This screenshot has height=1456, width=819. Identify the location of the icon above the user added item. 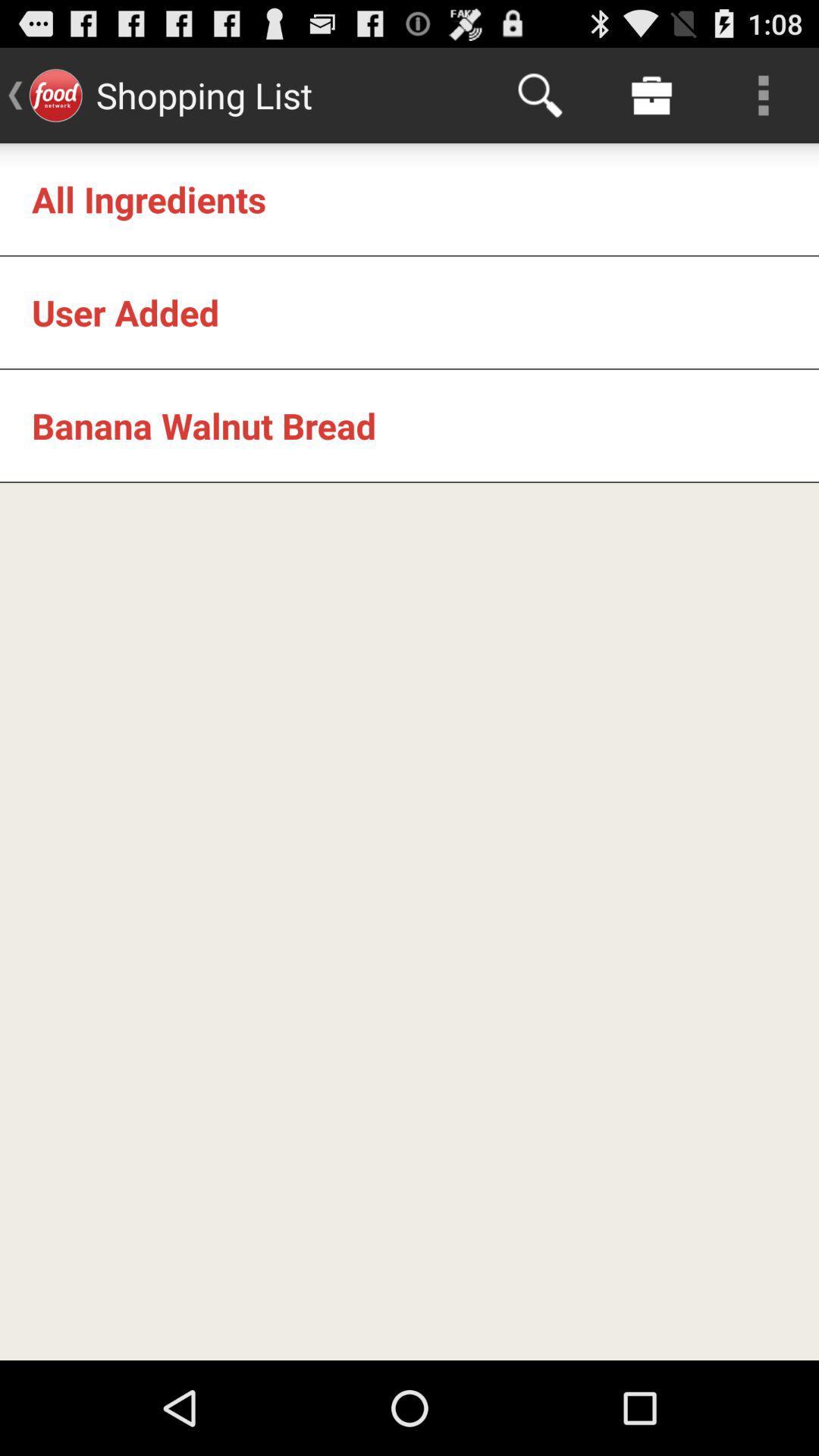
(149, 198).